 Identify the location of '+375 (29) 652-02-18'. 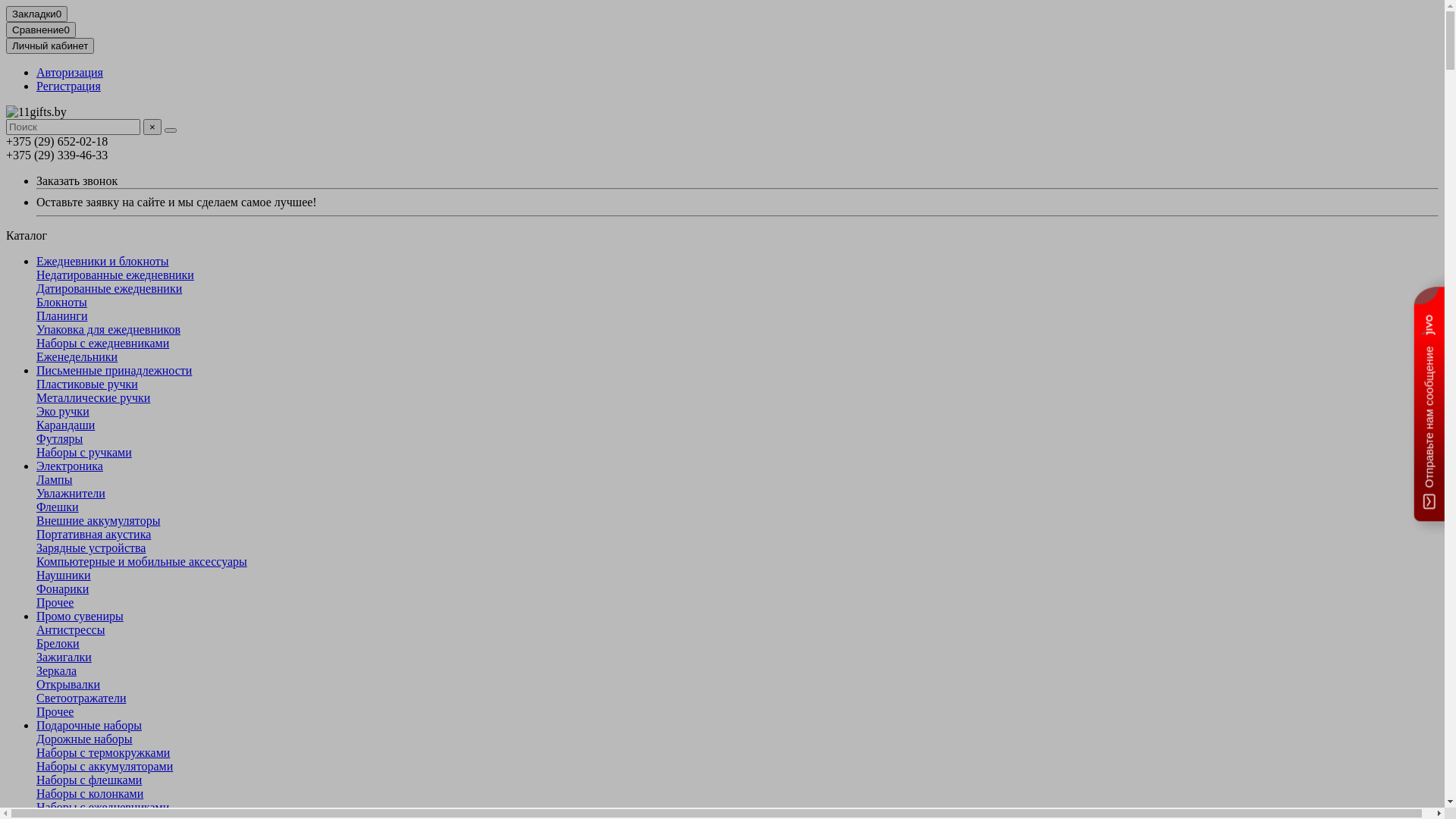
(57, 141).